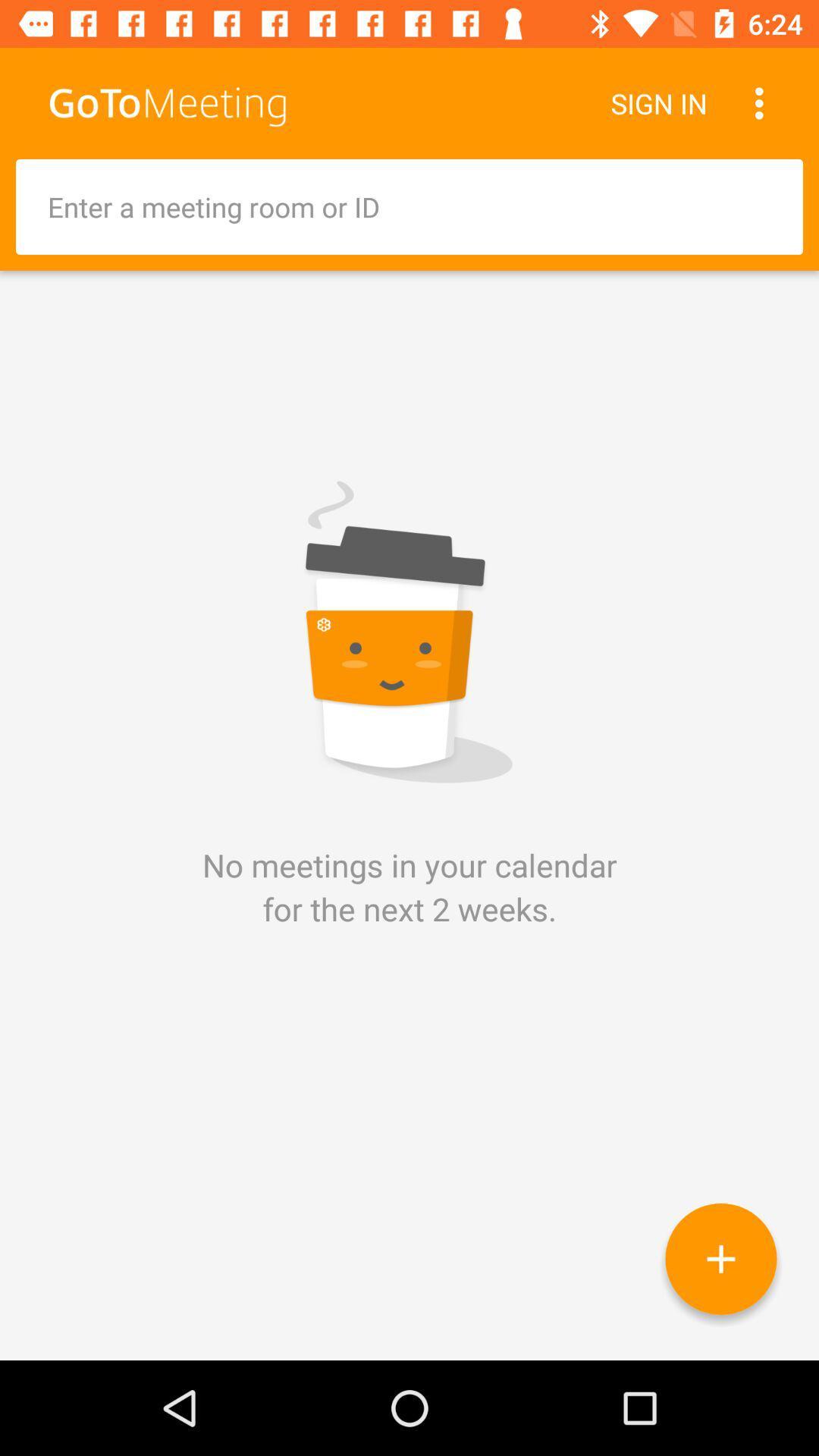 The width and height of the screenshot is (819, 1456). I want to click on meeting, so click(720, 1259).